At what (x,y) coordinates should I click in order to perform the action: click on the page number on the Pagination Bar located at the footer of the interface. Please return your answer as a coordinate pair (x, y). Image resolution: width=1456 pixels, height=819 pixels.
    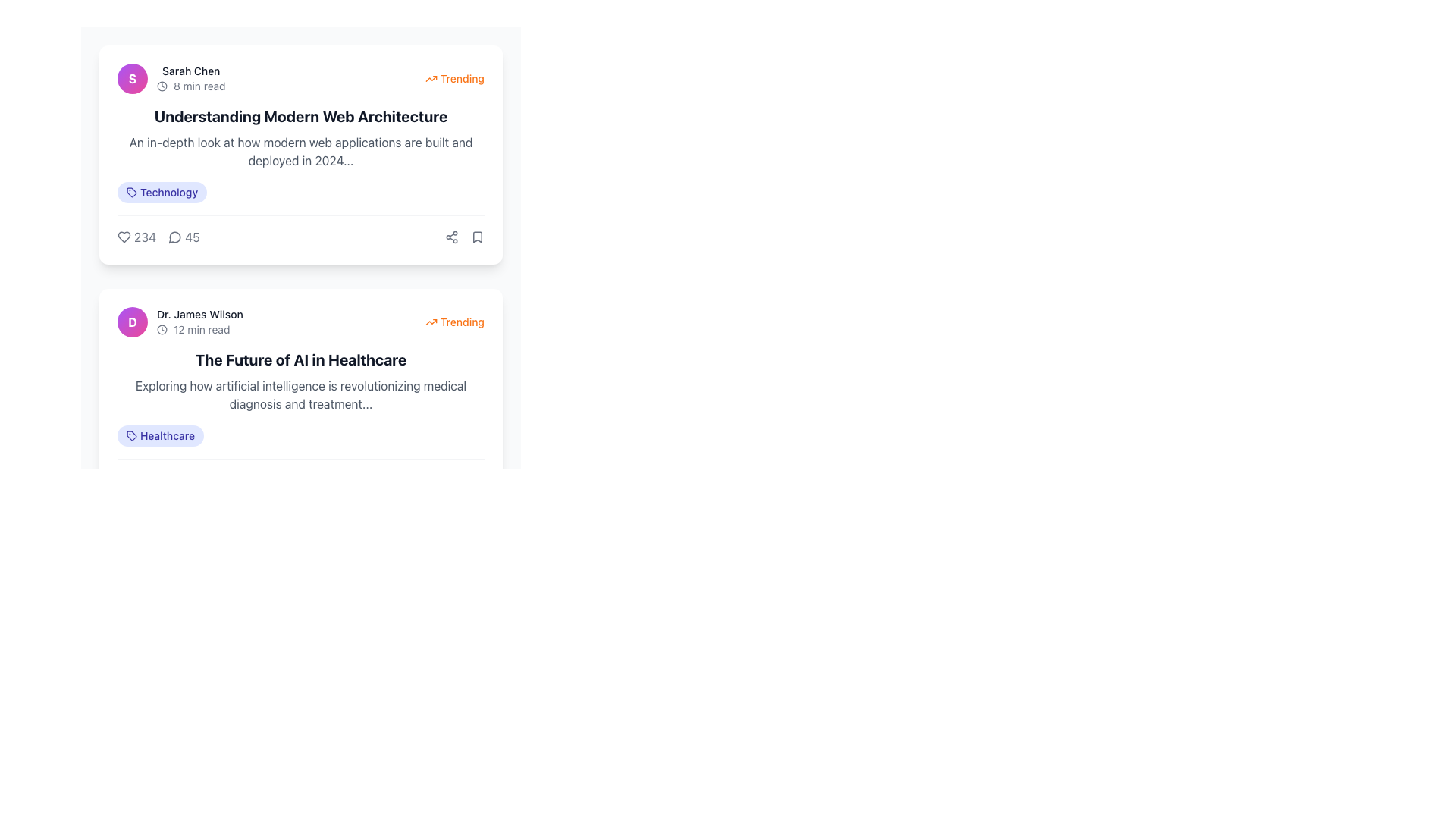
    Looking at the image, I should click on (301, 802).